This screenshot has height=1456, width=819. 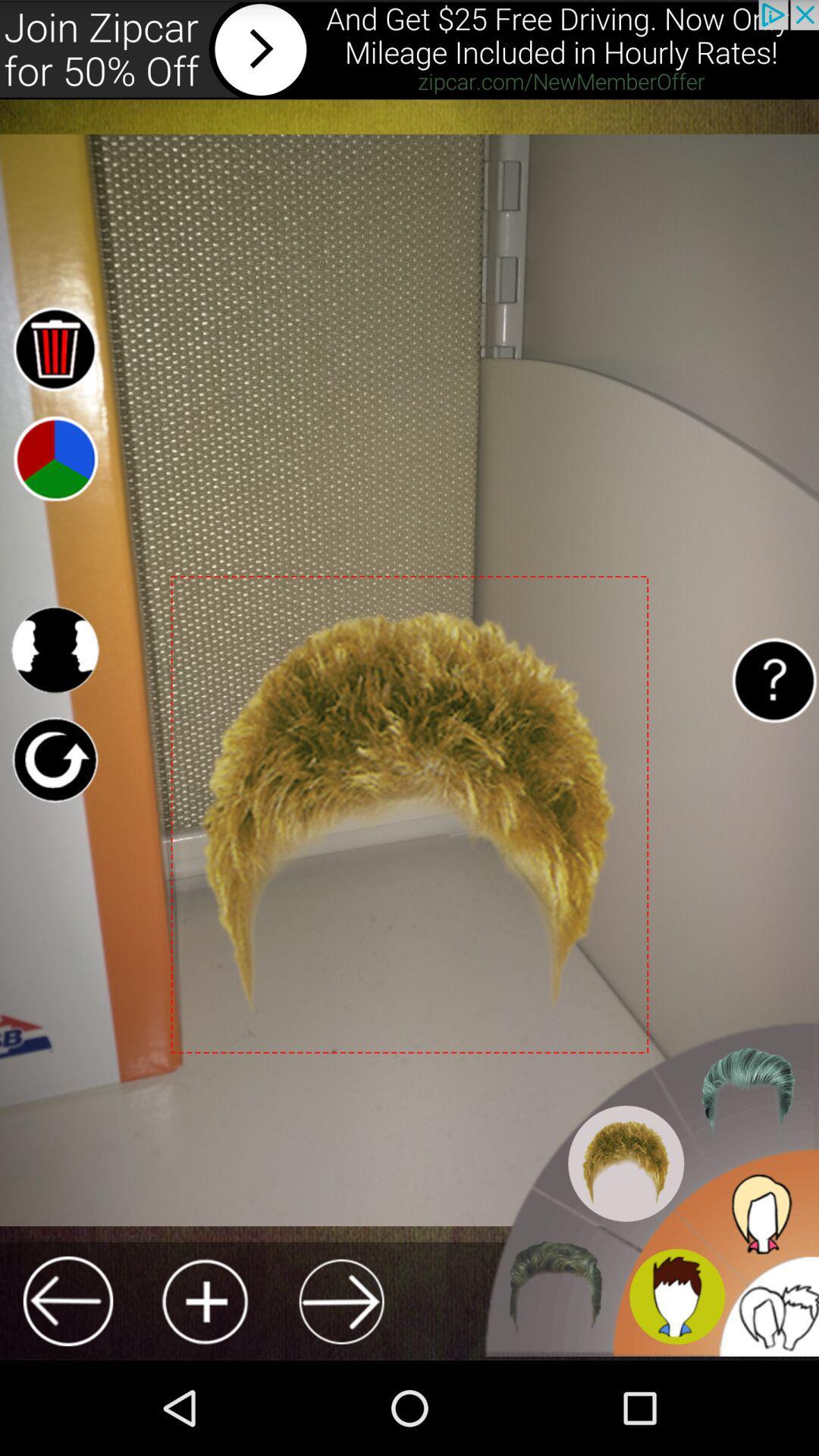 What do you see at coordinates (54, 457) in the screenshot?
I see `button choose a color` at bounding box center [54, 457].